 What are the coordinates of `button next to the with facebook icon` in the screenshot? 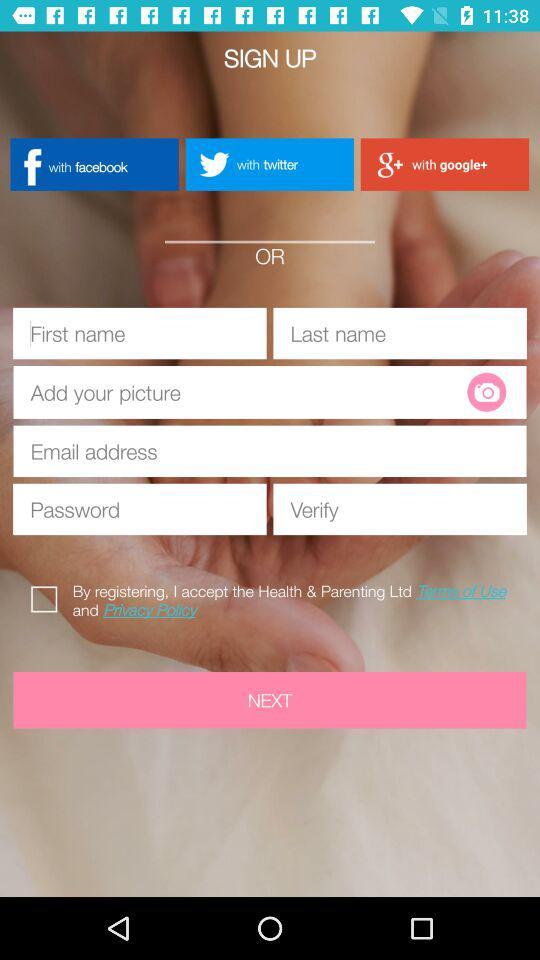 It's located at (269, 163).